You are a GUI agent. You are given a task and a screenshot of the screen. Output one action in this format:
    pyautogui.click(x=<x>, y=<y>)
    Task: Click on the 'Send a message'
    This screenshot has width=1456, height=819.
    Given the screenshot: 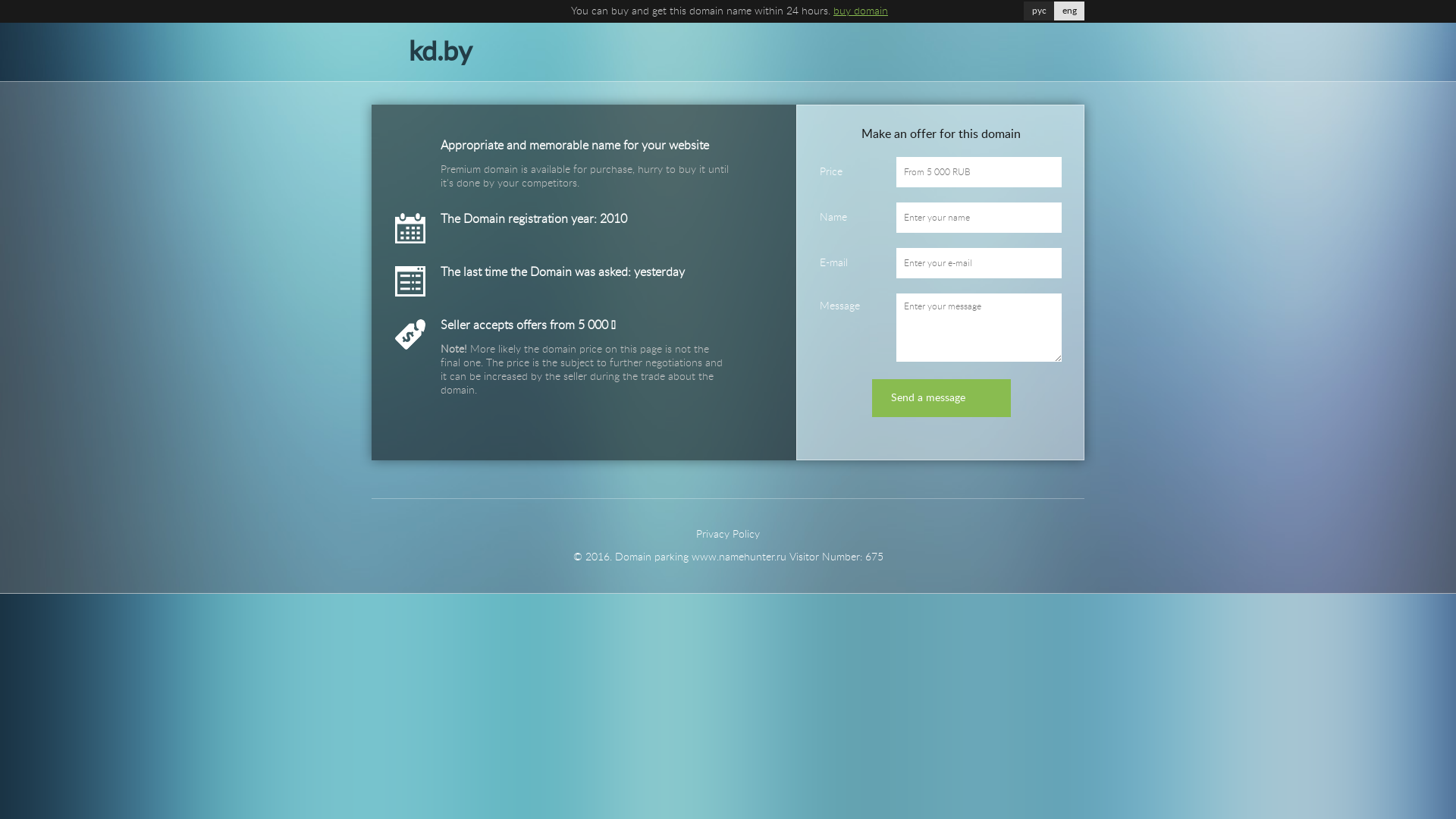 What is the action you would take?
    pyautogui.click(x=940, y=397)
    